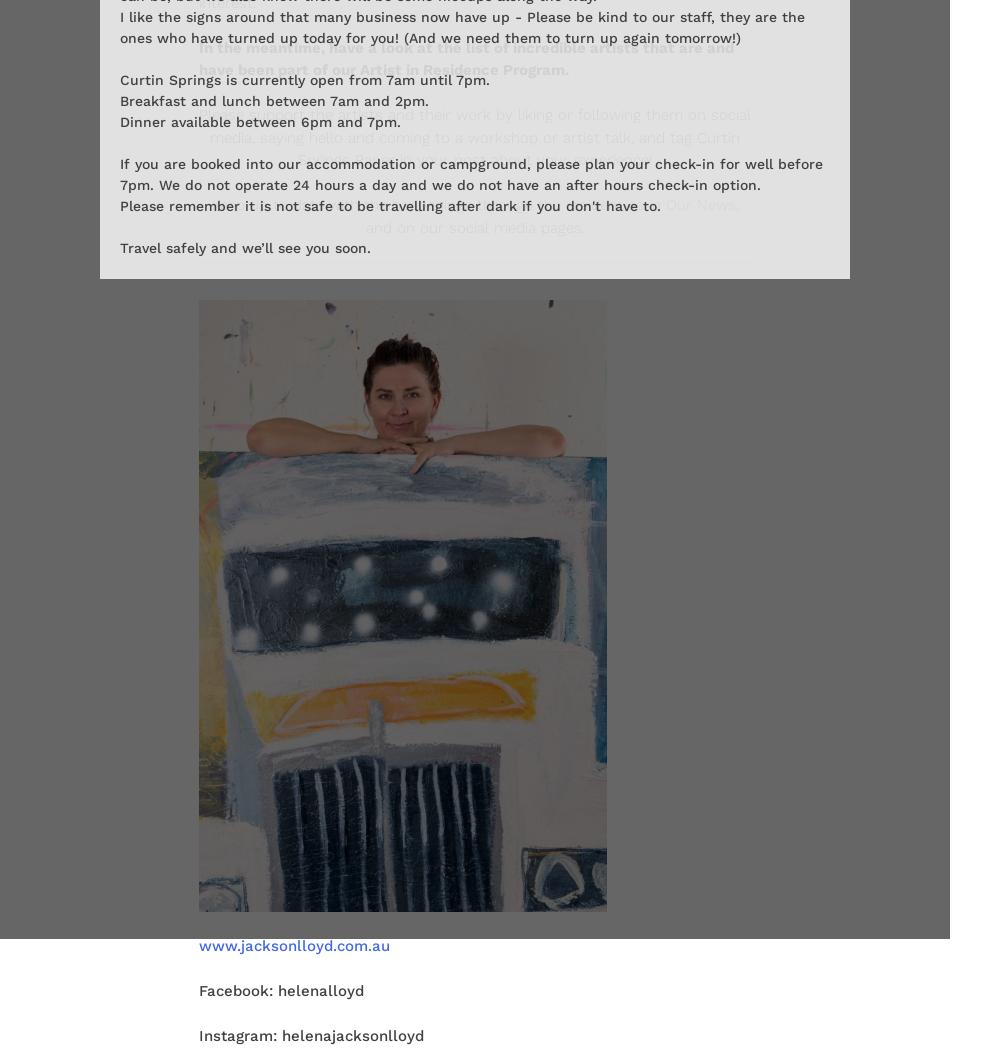  What do you see at coordinates (470, 174) in the screenshot?
I see `'If you are booked into our accommodation or campground, please plan your check-in for well before 7pm. We do not operate 24 hours a day and we do not have an after hours check-in option.'` at bounding box center [470, 174].